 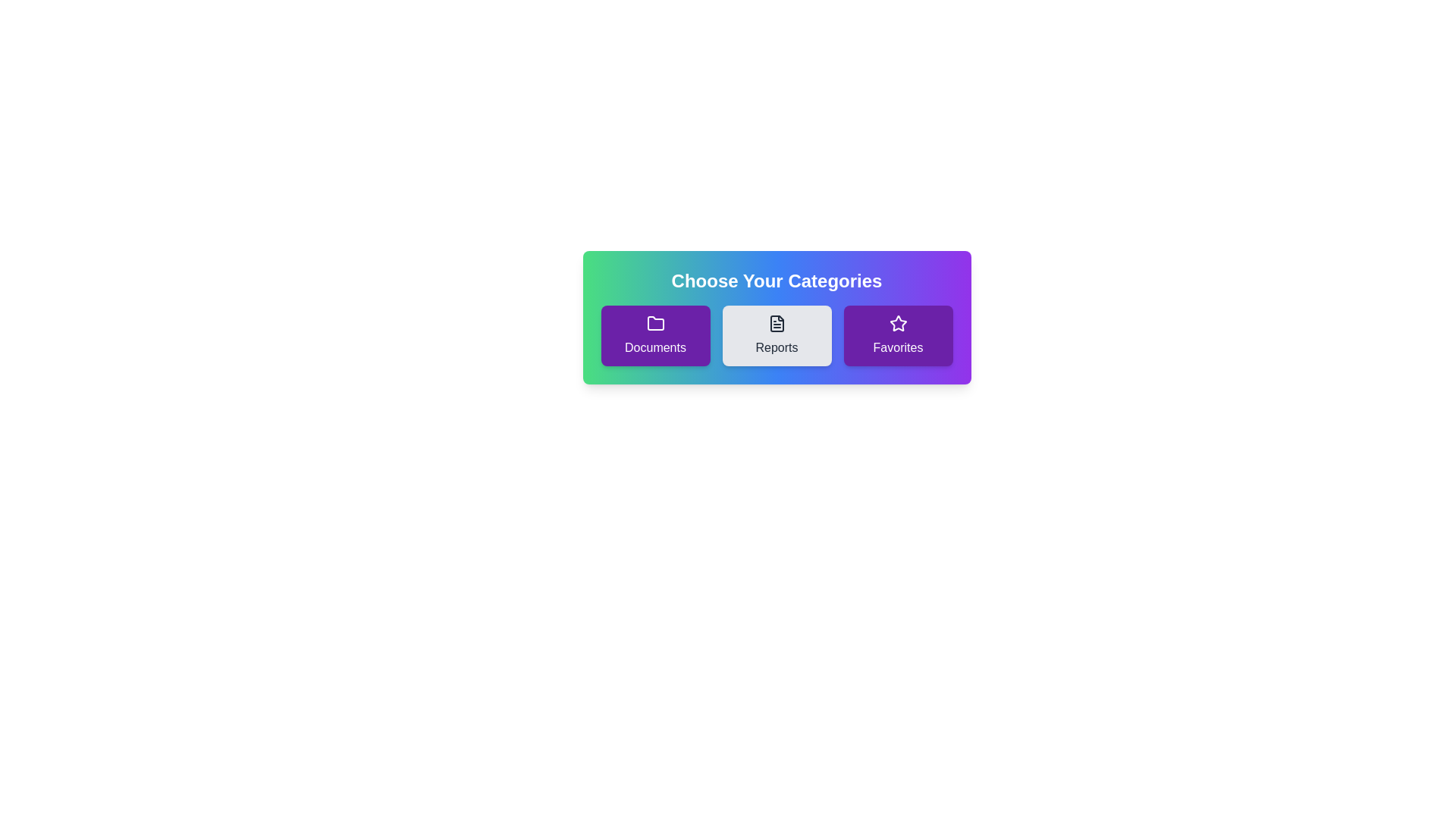 I want to click on the chip labeled Reports, so click(x=777, y=335).